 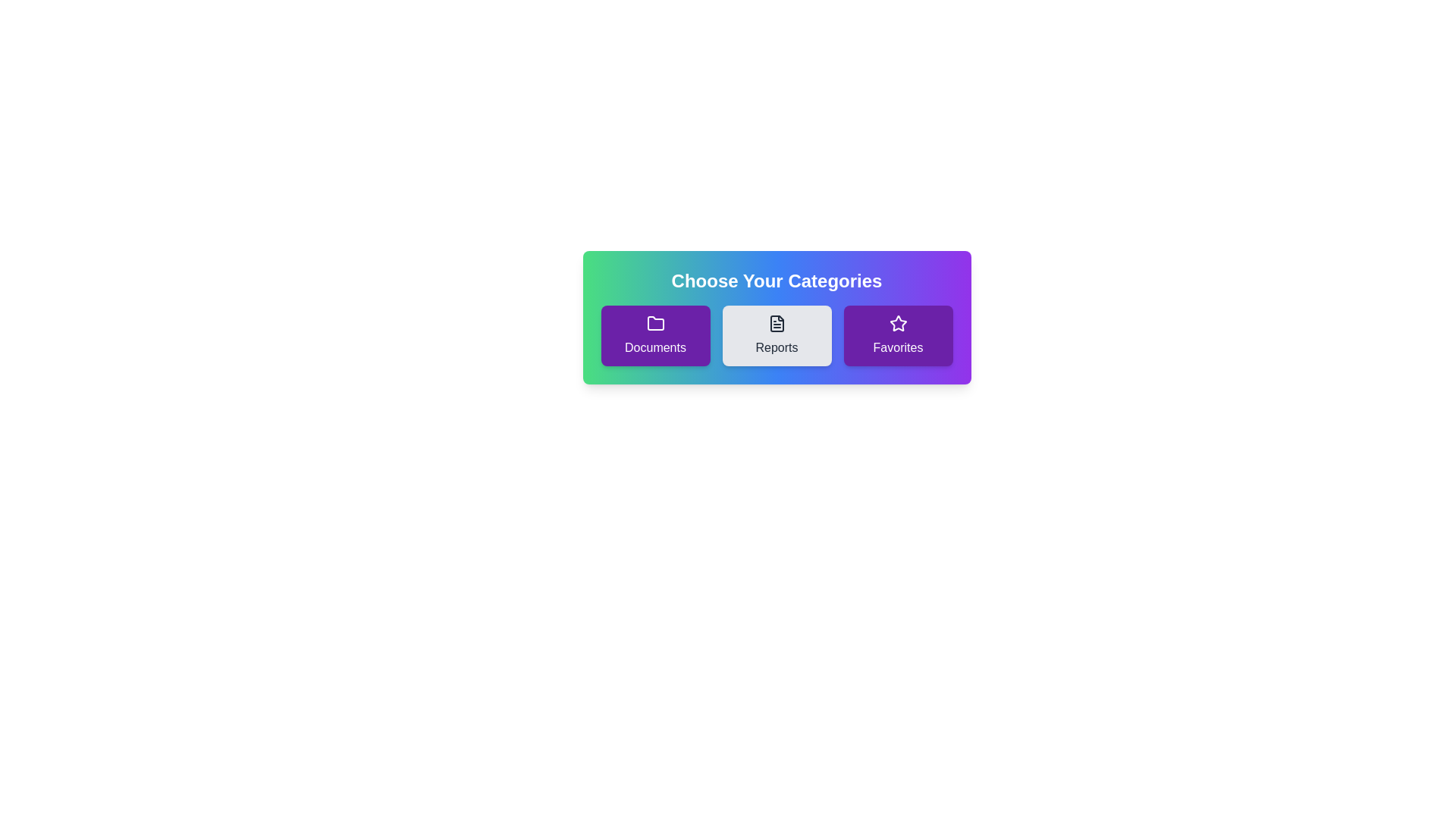 I want to click on the chip labeled Reports, so click(x=777, y=335).